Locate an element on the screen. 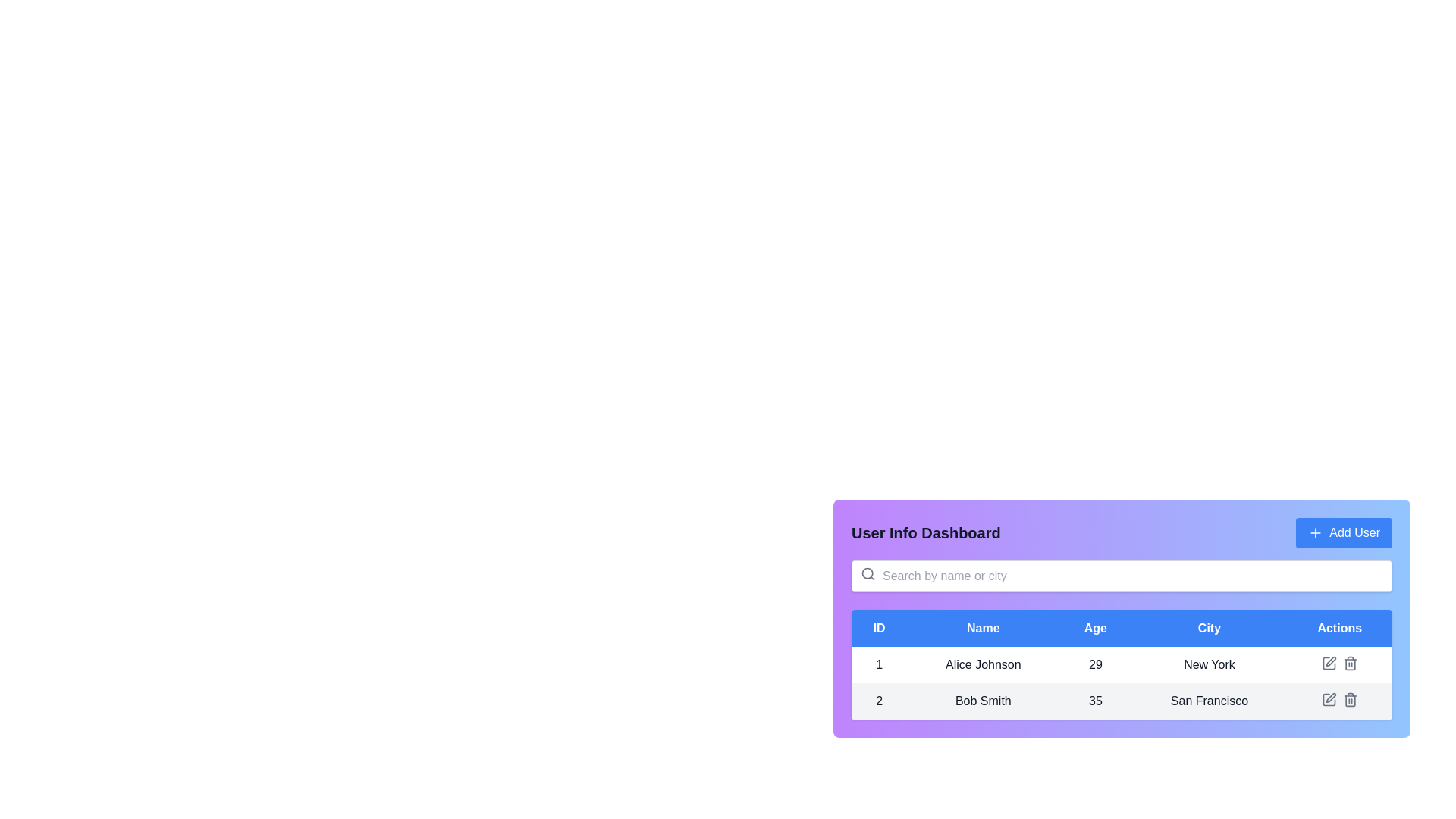 This screenshot has height=819, width=1456. the Trash Can icon in the Actions column for 'Bob Smith' is located at coordinates (1350, 701).